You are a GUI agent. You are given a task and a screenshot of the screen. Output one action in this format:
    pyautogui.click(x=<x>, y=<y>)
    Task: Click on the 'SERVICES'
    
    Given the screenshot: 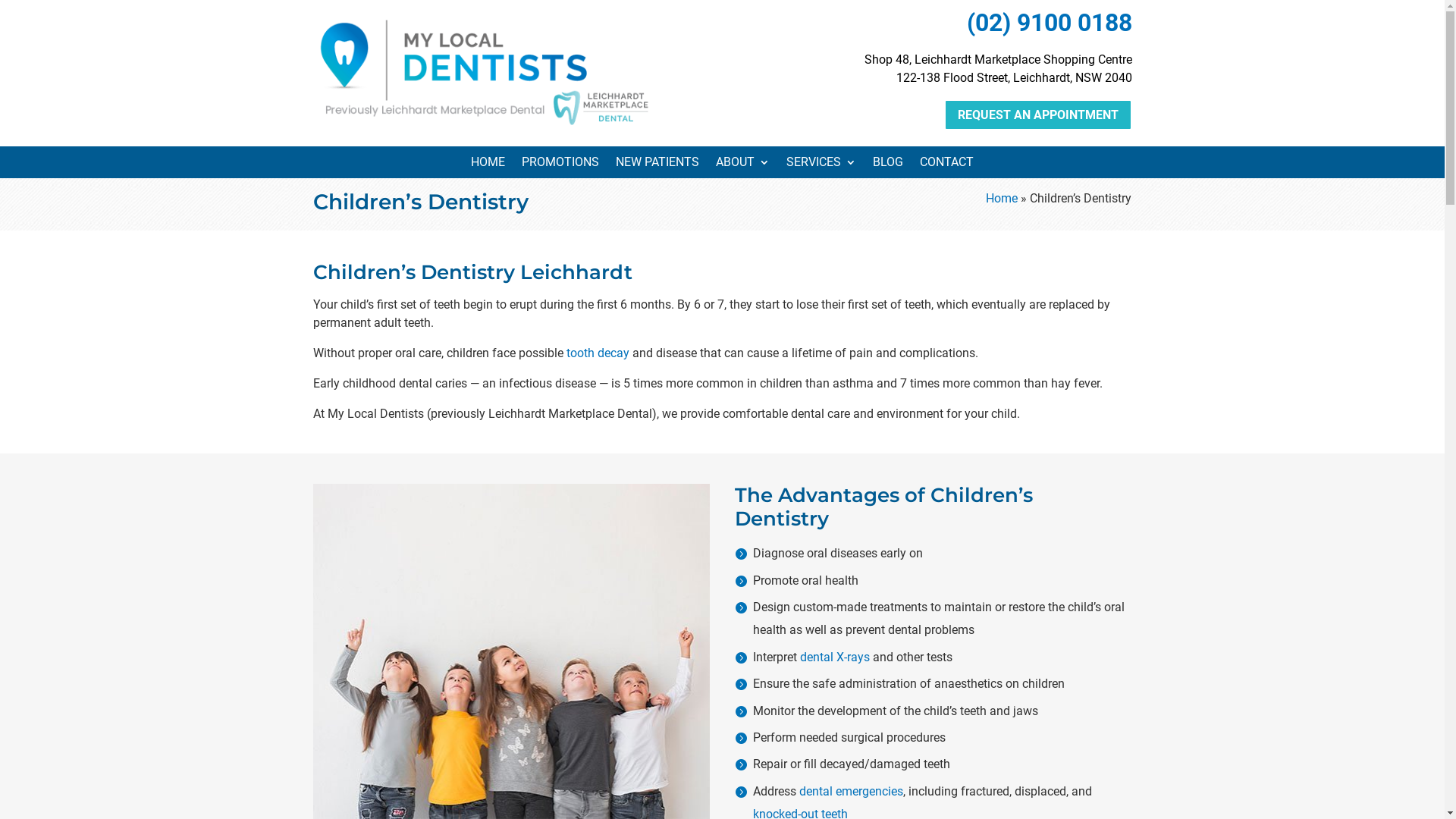 What is the action you would take?
    pyautogui.click(x=821, y=165)
    